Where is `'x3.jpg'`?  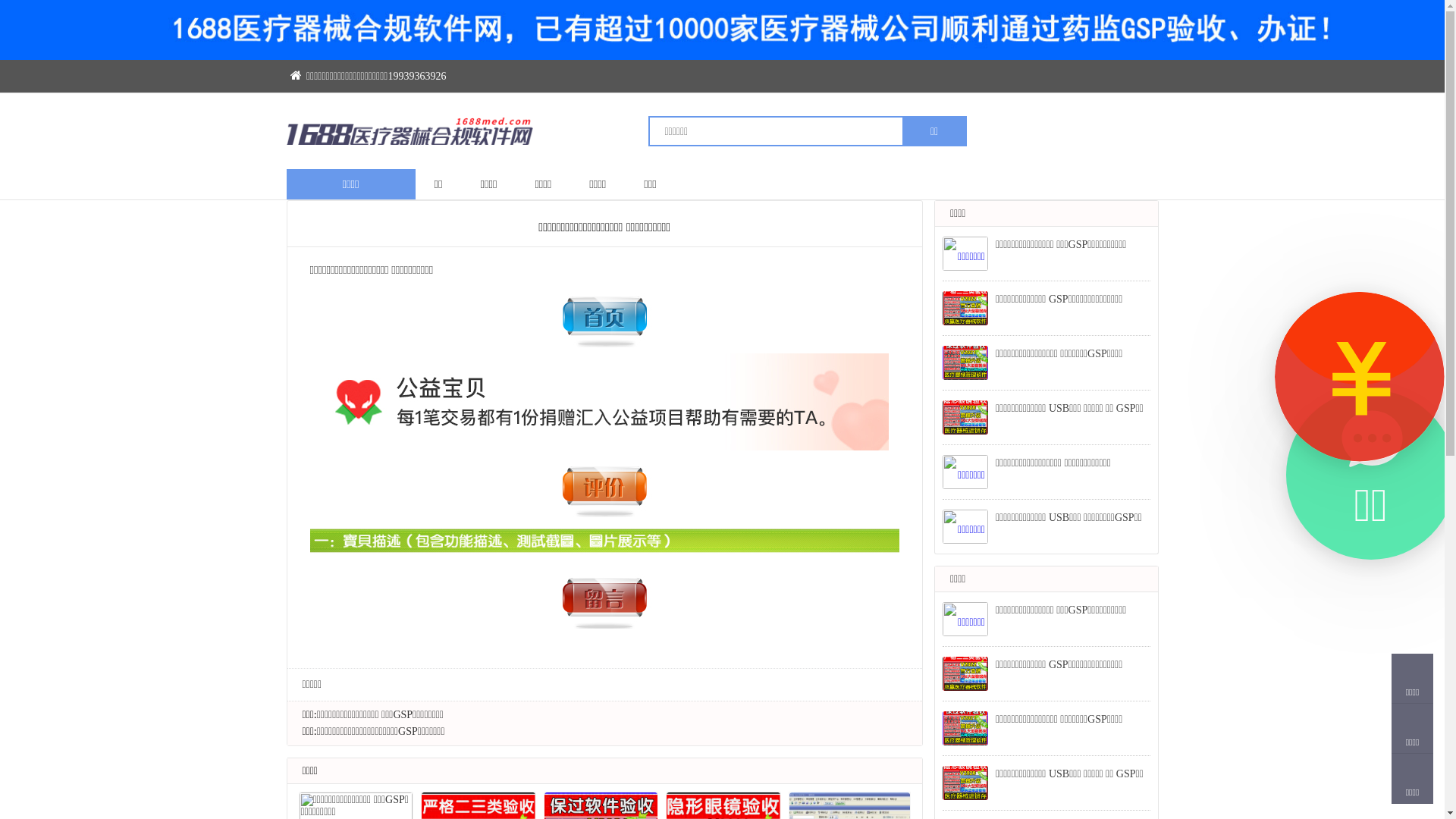
'x3.jpg' is located at coordinates (603, 598).